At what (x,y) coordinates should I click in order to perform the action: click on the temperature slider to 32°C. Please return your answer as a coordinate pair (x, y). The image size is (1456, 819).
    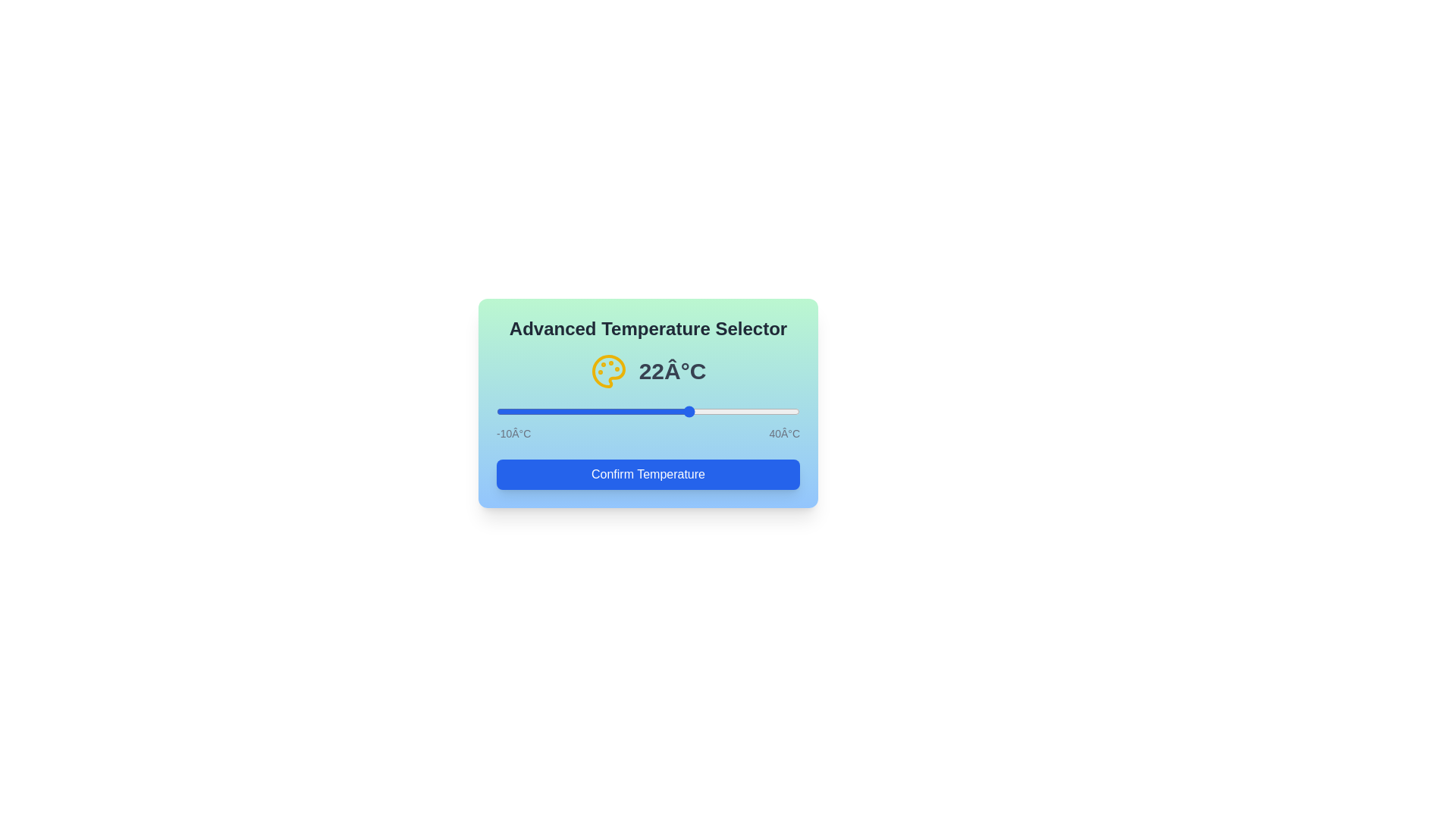
    Looking at the image, I should click on (751, 412).